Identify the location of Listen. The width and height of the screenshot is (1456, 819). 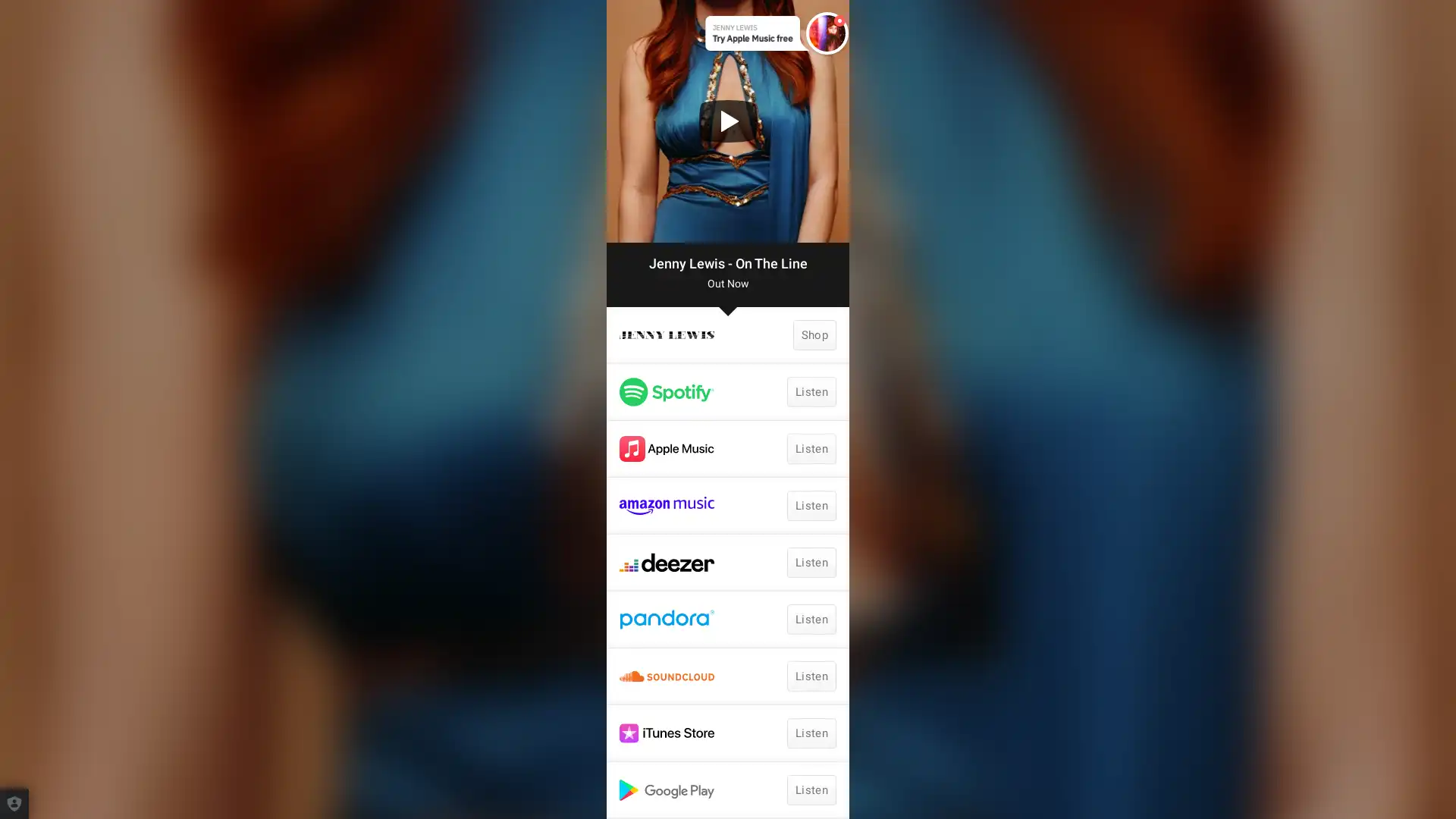
(811, 391).